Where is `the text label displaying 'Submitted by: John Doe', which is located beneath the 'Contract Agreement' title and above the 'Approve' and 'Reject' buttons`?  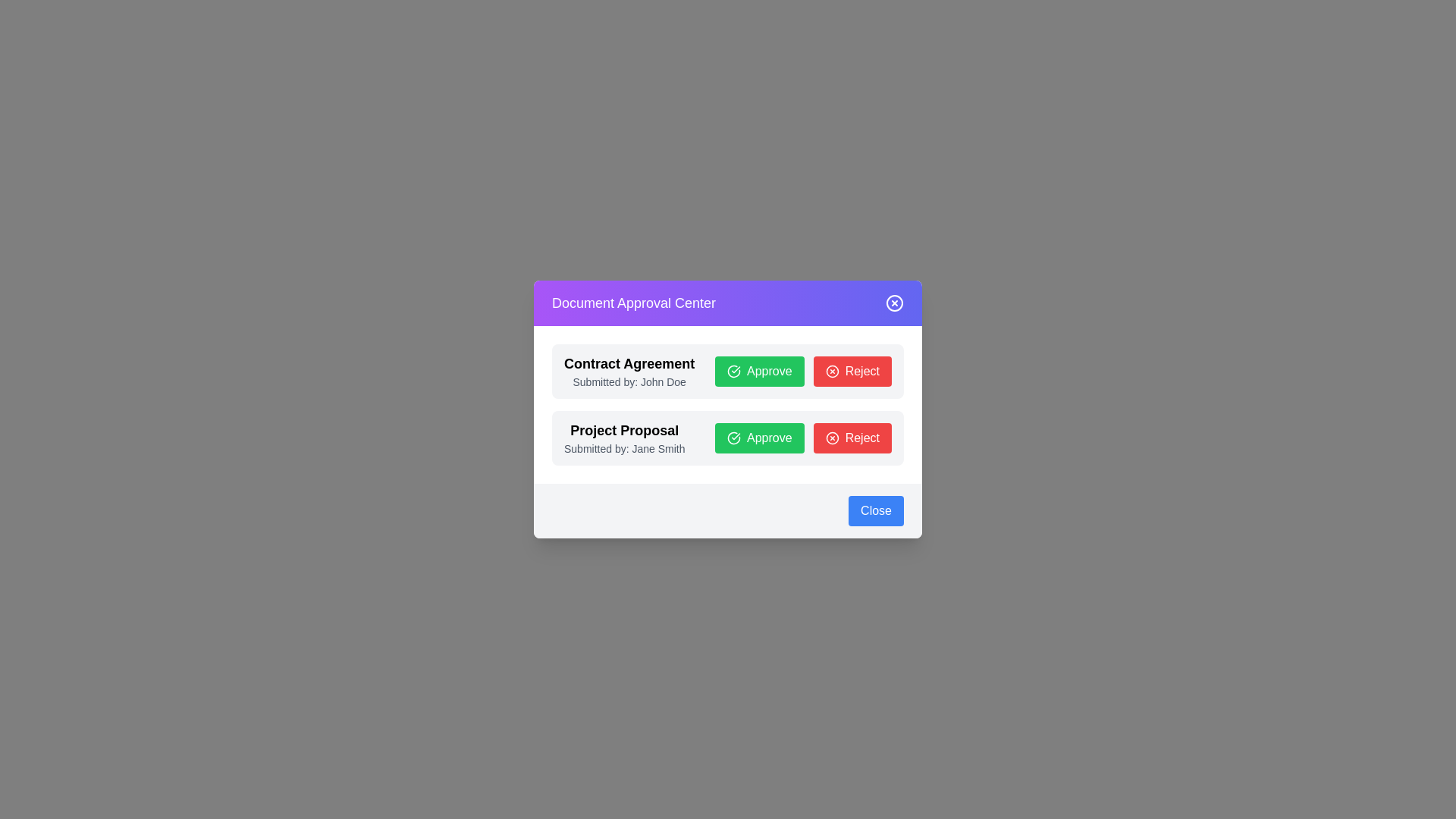 the text label displaying 'Submitted by: John Doe', which is located beneath the 'Contract Agreement' title and above the 'Approve' and 'Reject' buttons is located at coordinates (629, 381).